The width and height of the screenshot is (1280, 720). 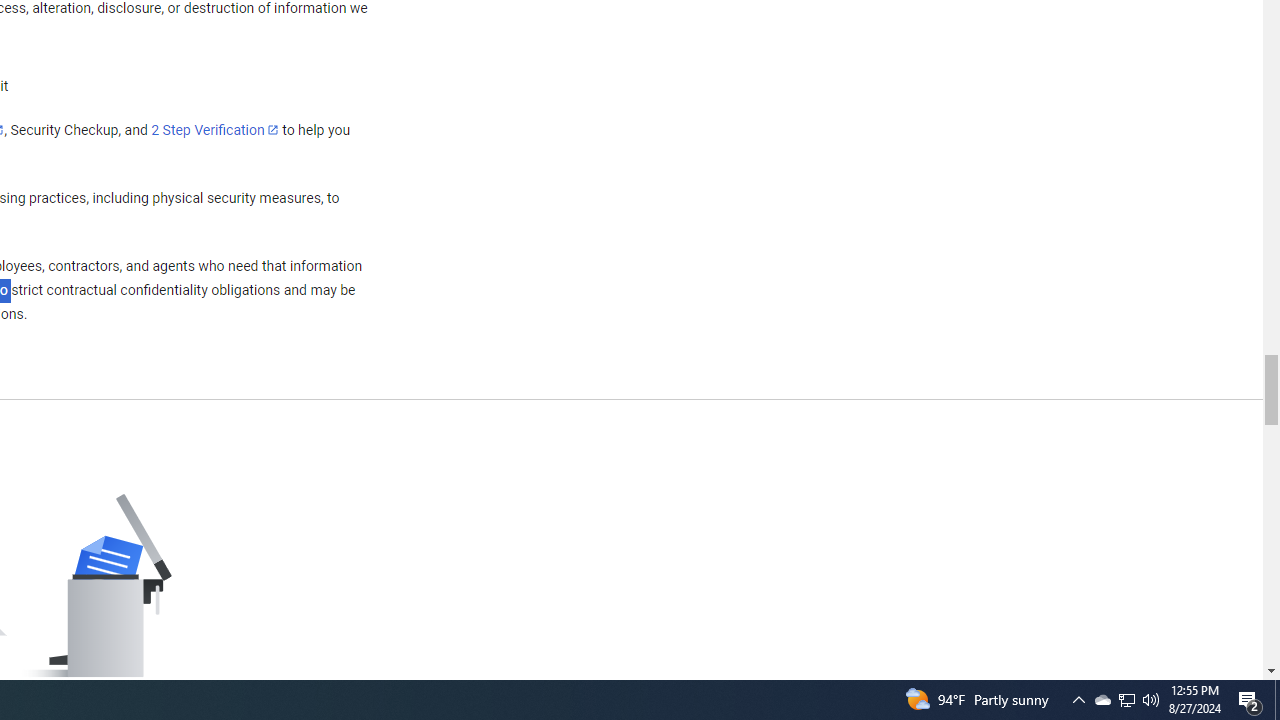 What do you see at coordinates (215, 129) in the screenshot?
I see `'2 Step Verification'` at bounding box center [215, 129].